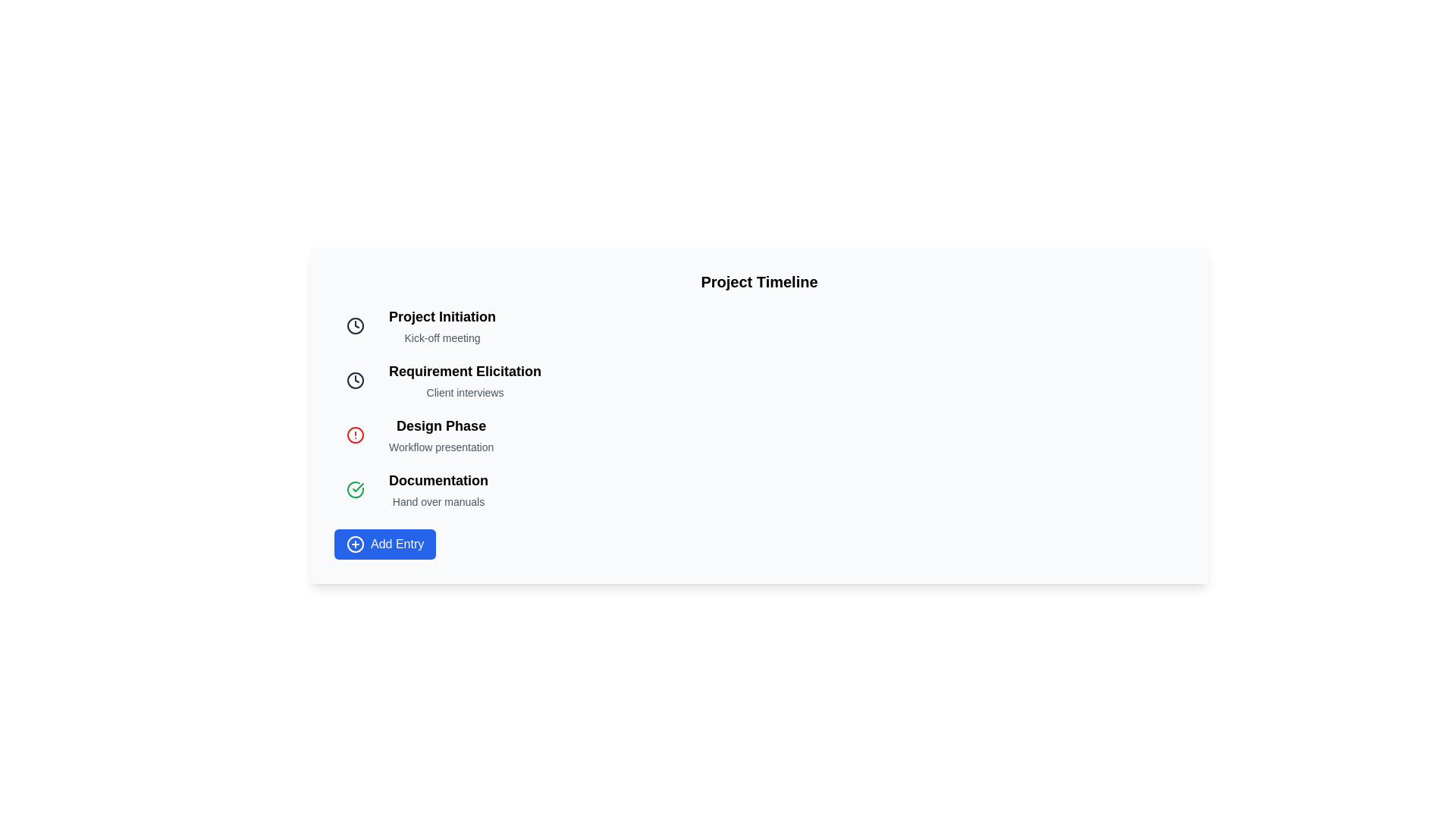  I want to click on the text label combination displaying 'Requirement Elicitation' with supporting text 'Client interviews', which is the second item in a vertical list, so click(464, 379).